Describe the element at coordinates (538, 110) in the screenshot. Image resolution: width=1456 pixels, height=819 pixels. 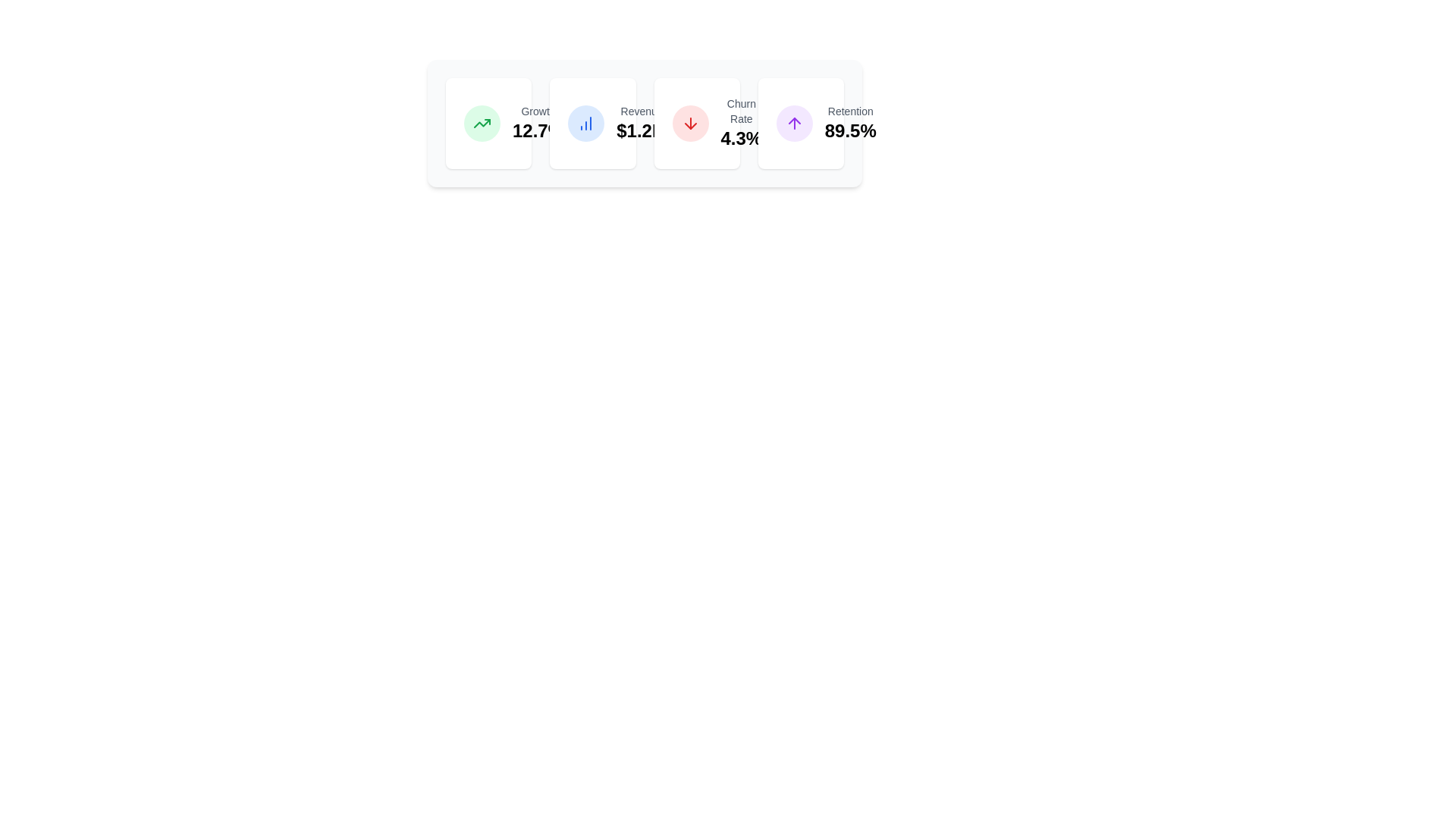
I see `the Text Label displaying 'Growth', which is in a small, gray, sans-serif font, located above the bold text '12.7%' in the growth statistics summary card` at that location.